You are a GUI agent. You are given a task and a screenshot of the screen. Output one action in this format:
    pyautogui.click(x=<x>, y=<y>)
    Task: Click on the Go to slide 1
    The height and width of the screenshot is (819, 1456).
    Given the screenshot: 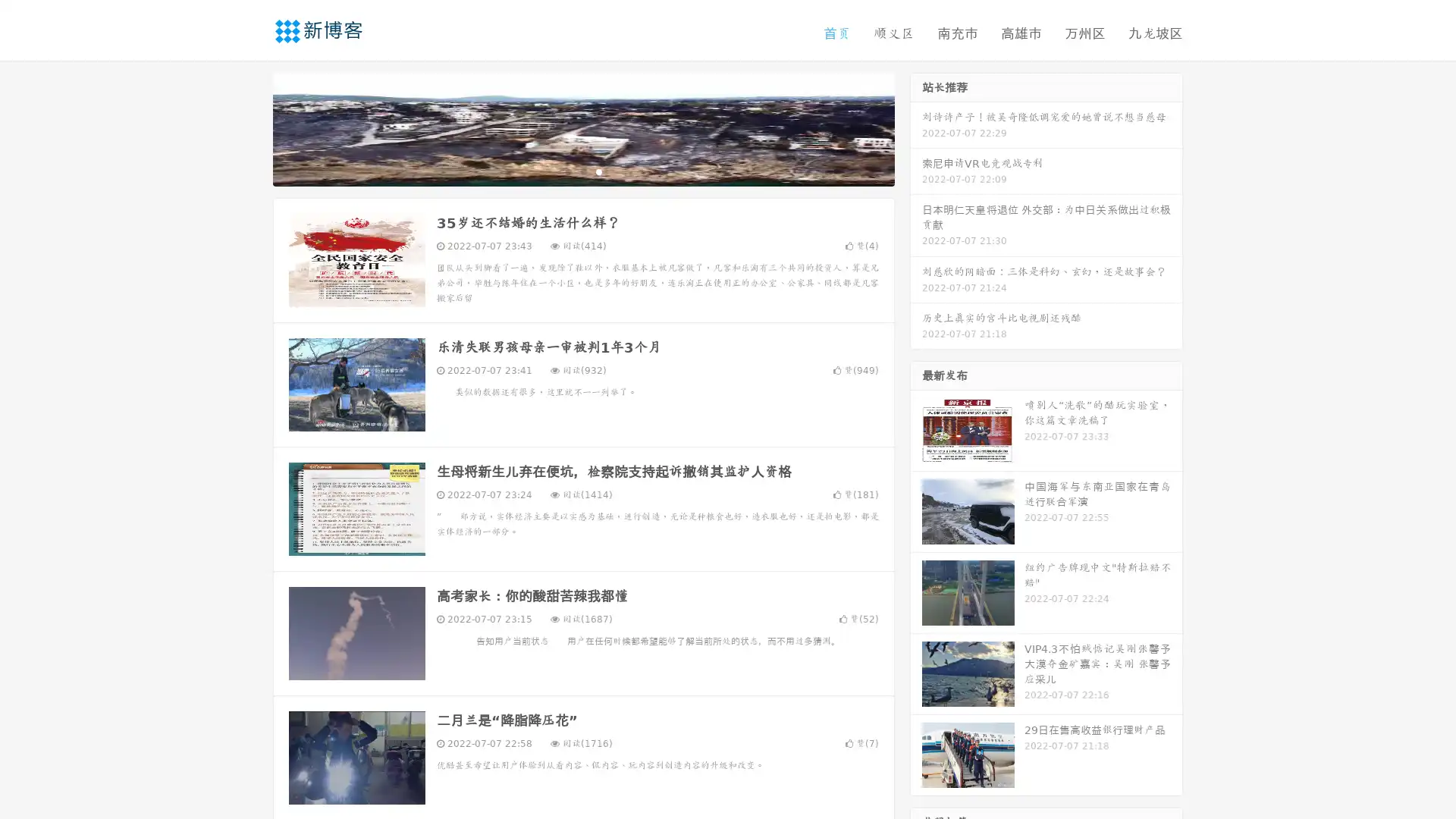 What is the action you would take?
    pyautogui.click(x=567, y=171)
    